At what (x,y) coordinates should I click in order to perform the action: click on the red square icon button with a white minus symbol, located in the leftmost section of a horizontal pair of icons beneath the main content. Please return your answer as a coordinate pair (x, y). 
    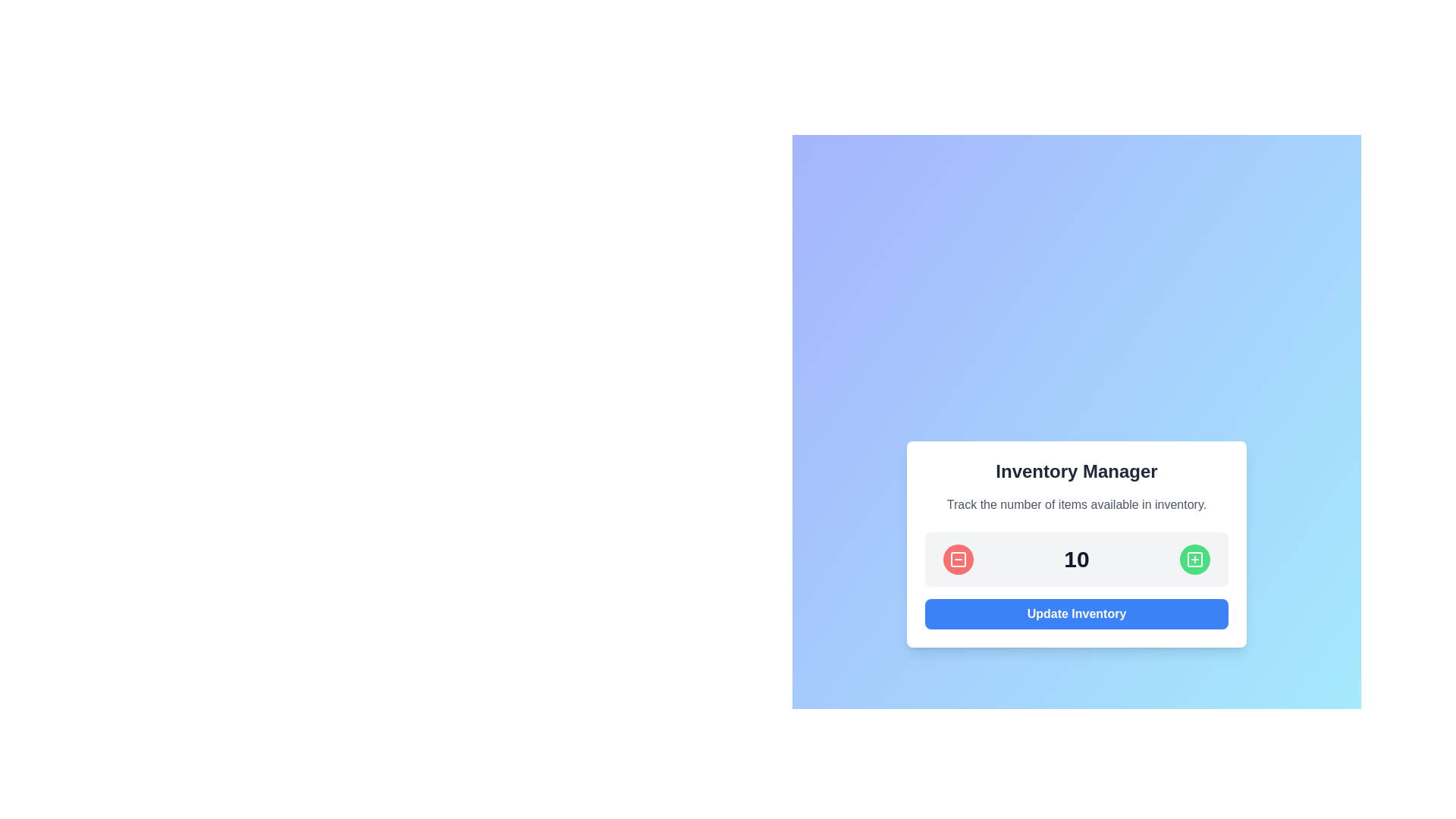
    Looking at the image, I should click on (957, 559).